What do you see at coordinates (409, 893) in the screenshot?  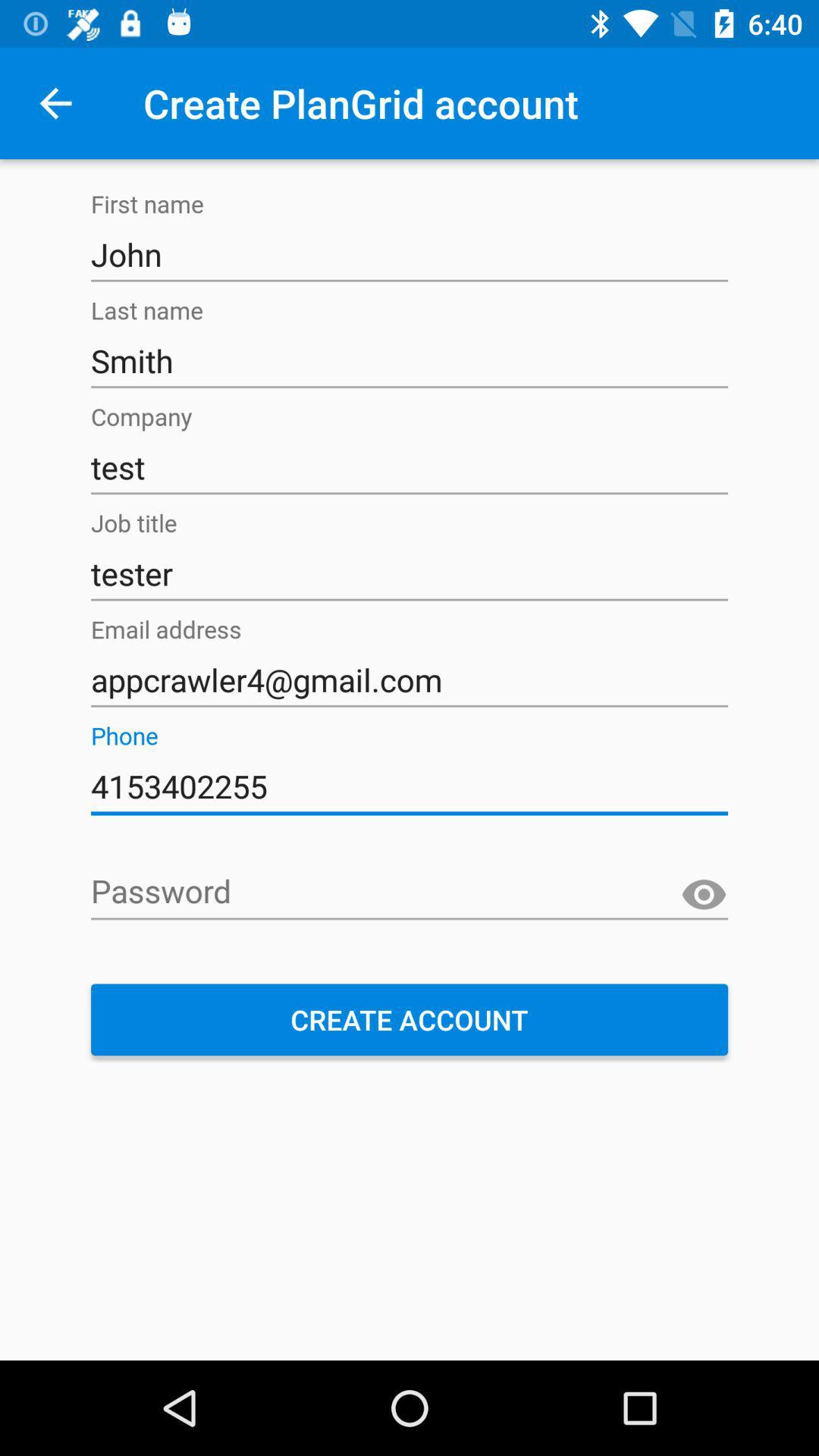 I see `the icon above create account` at bounding box center [409, 893].